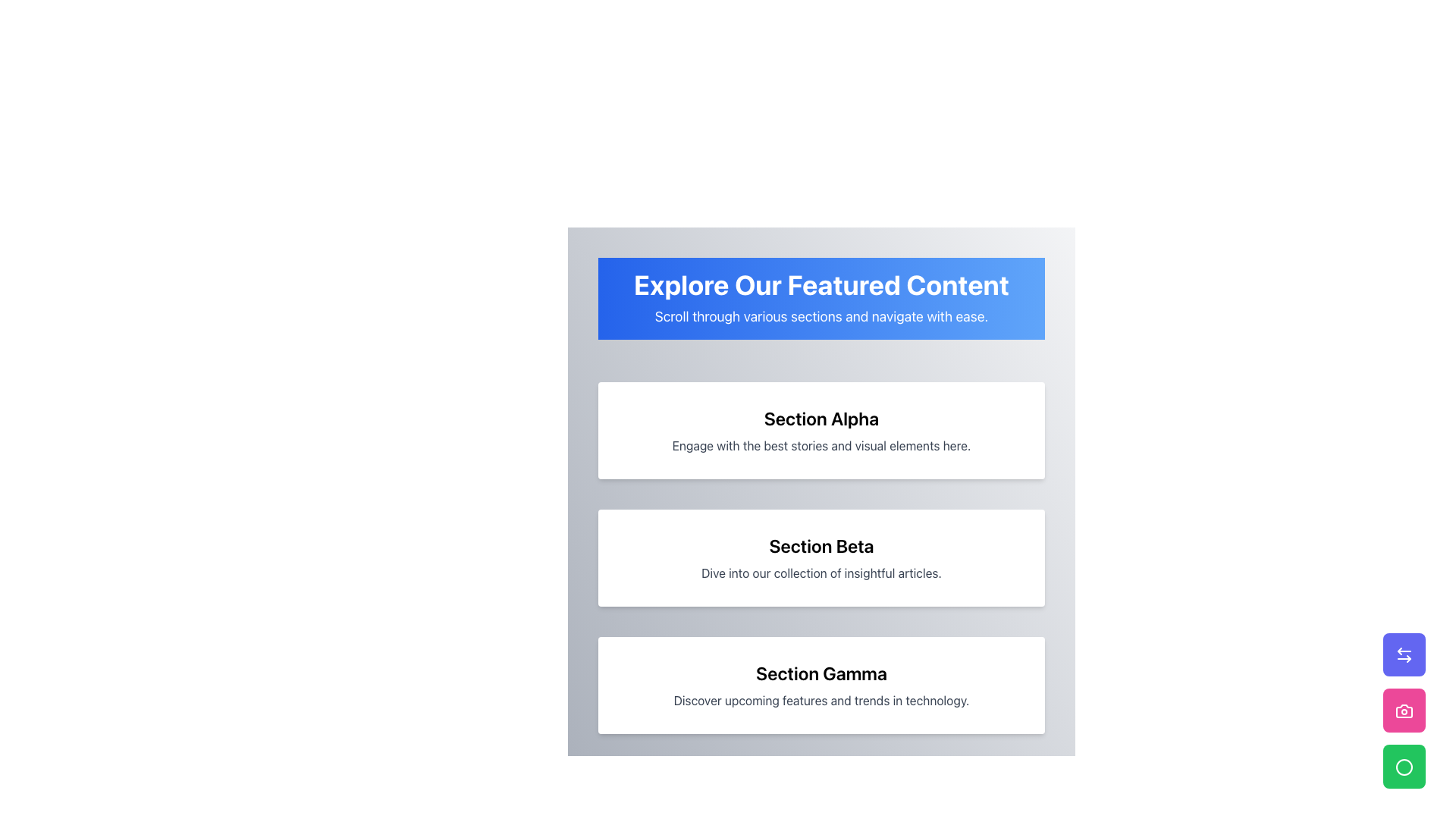 The width and height of the screenshot is (1456, 819). What do you see at coordinates (821, 315) in the screenshot?
I see `the text label providing a brief description or tagline below the title 'Explore Our Featured Content' in the highlighted banner section` at bounding box center [821, 315].